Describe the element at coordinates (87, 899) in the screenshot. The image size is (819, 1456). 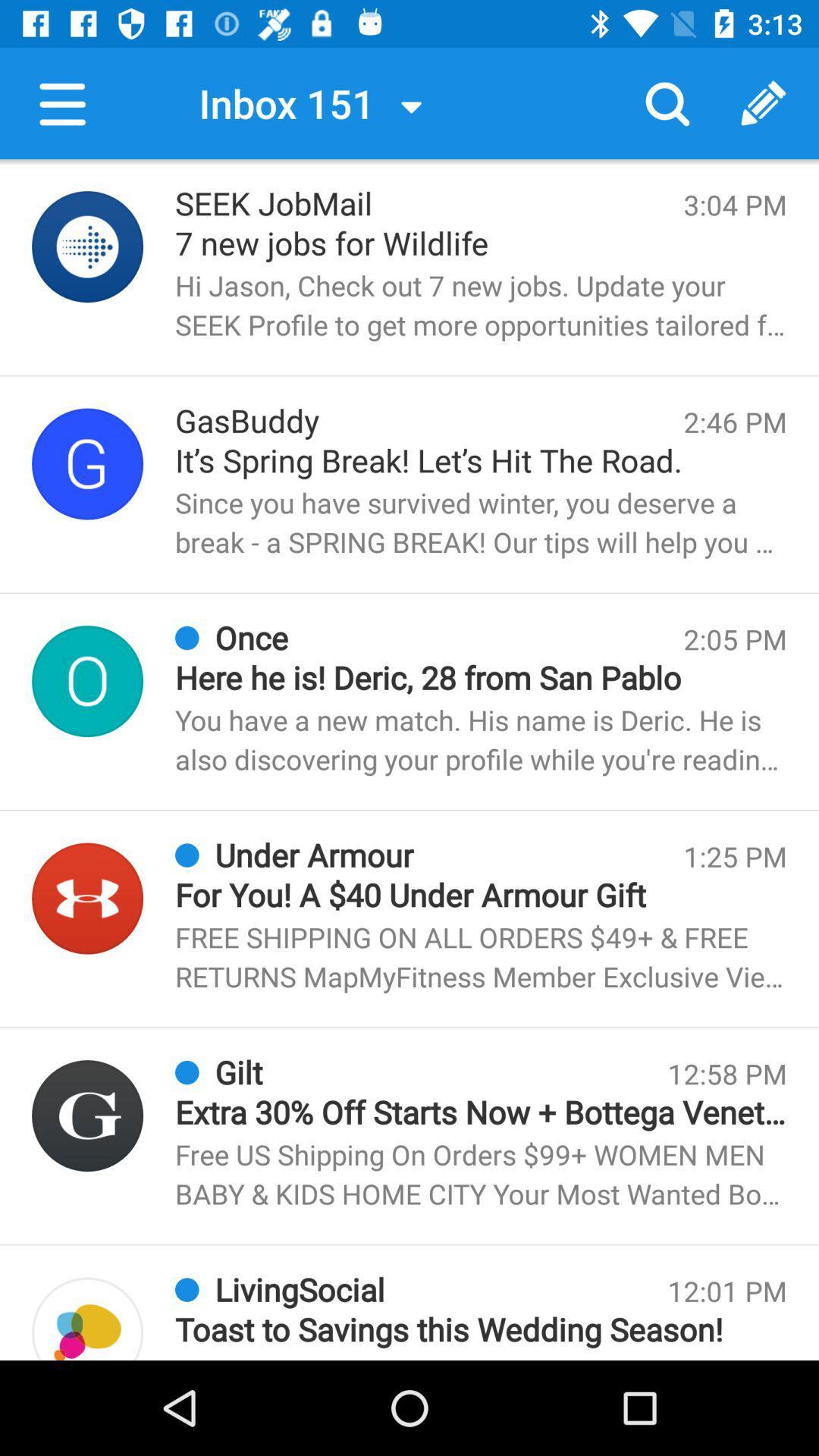
I see `profile picture` at that location.